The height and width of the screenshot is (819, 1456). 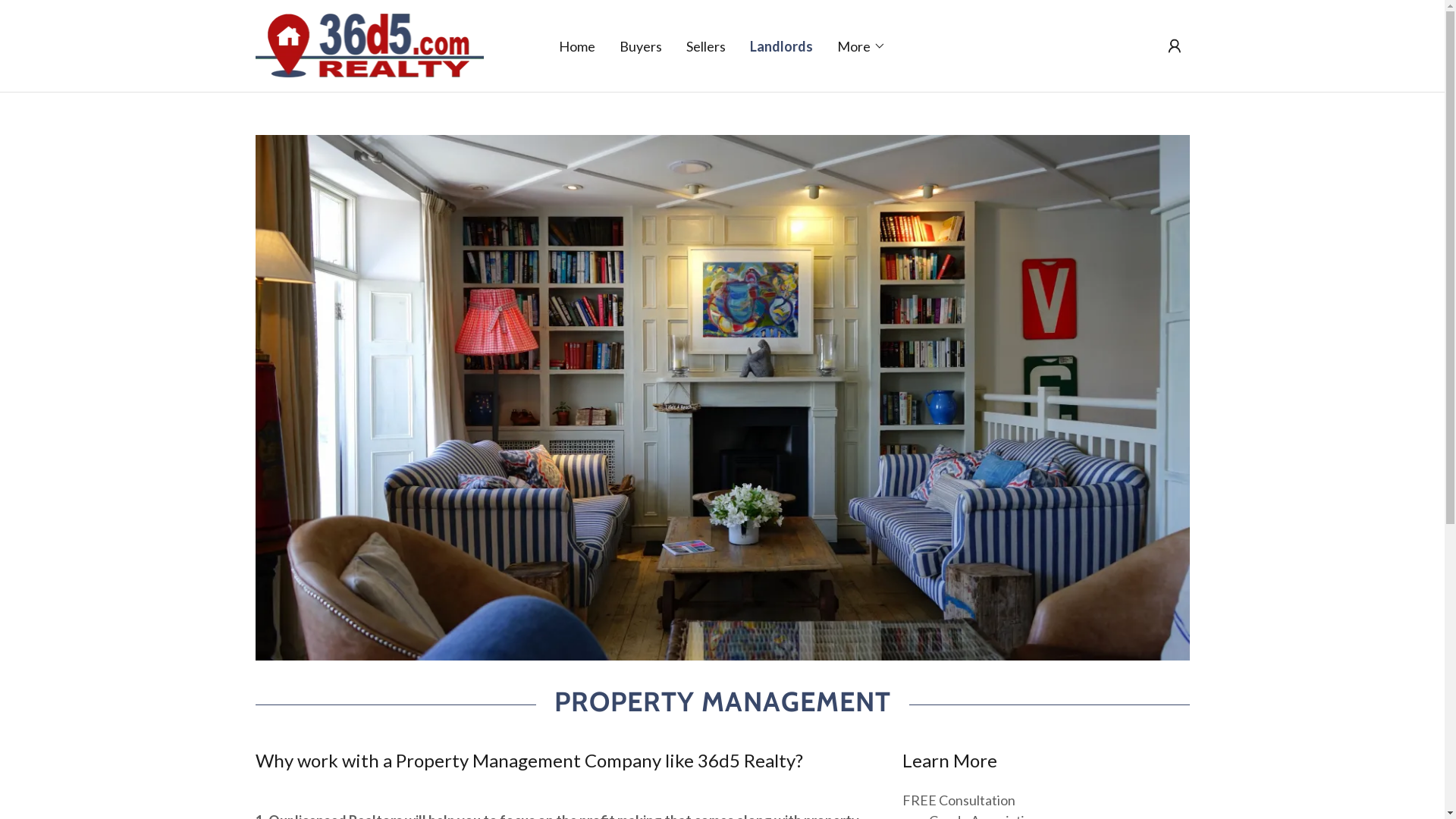 I want to click on 'Buyers', so click(x=640, y=45).